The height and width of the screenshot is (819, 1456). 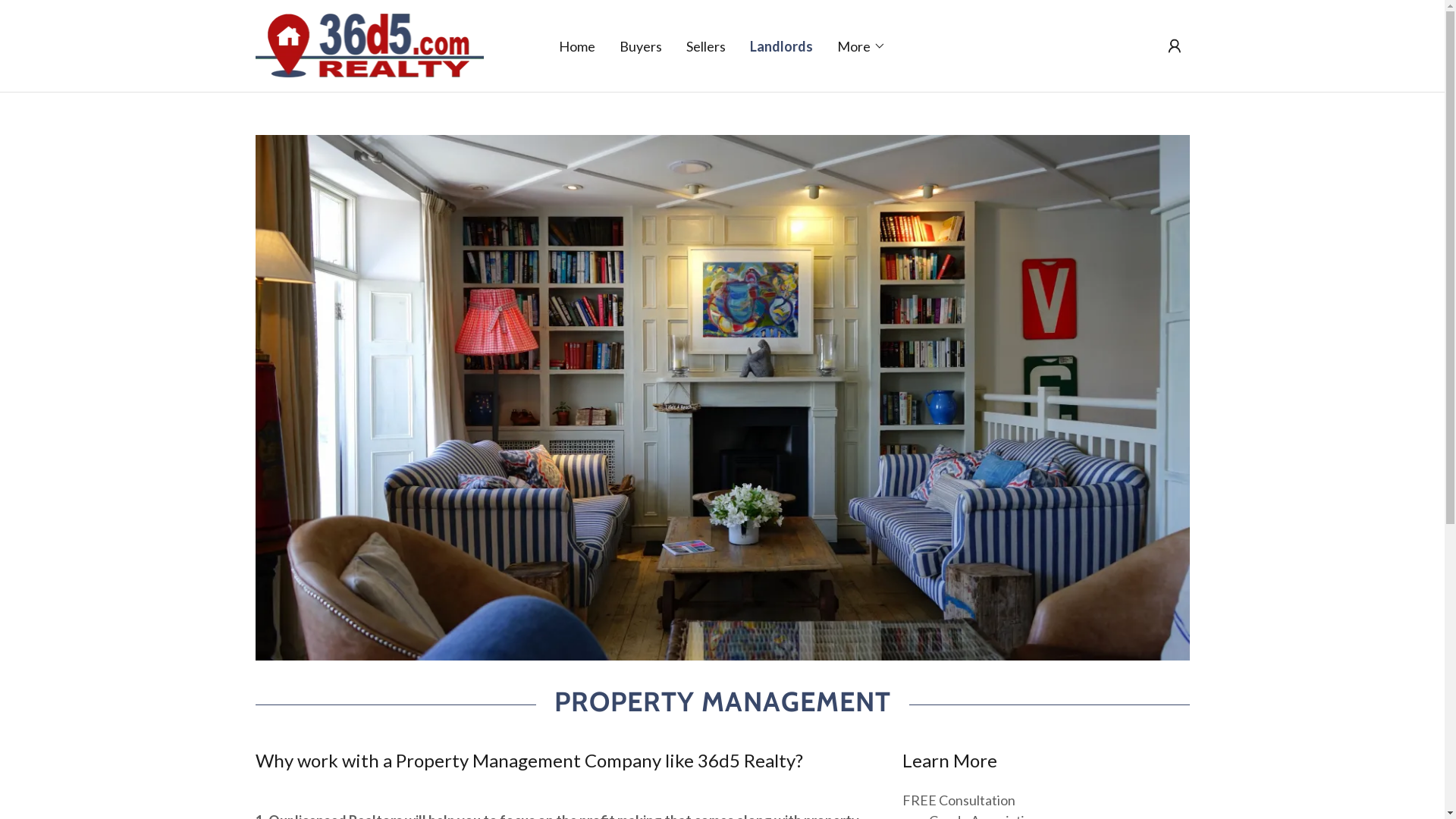 I want to click on 'Buyers', so click(x=640, y=45).